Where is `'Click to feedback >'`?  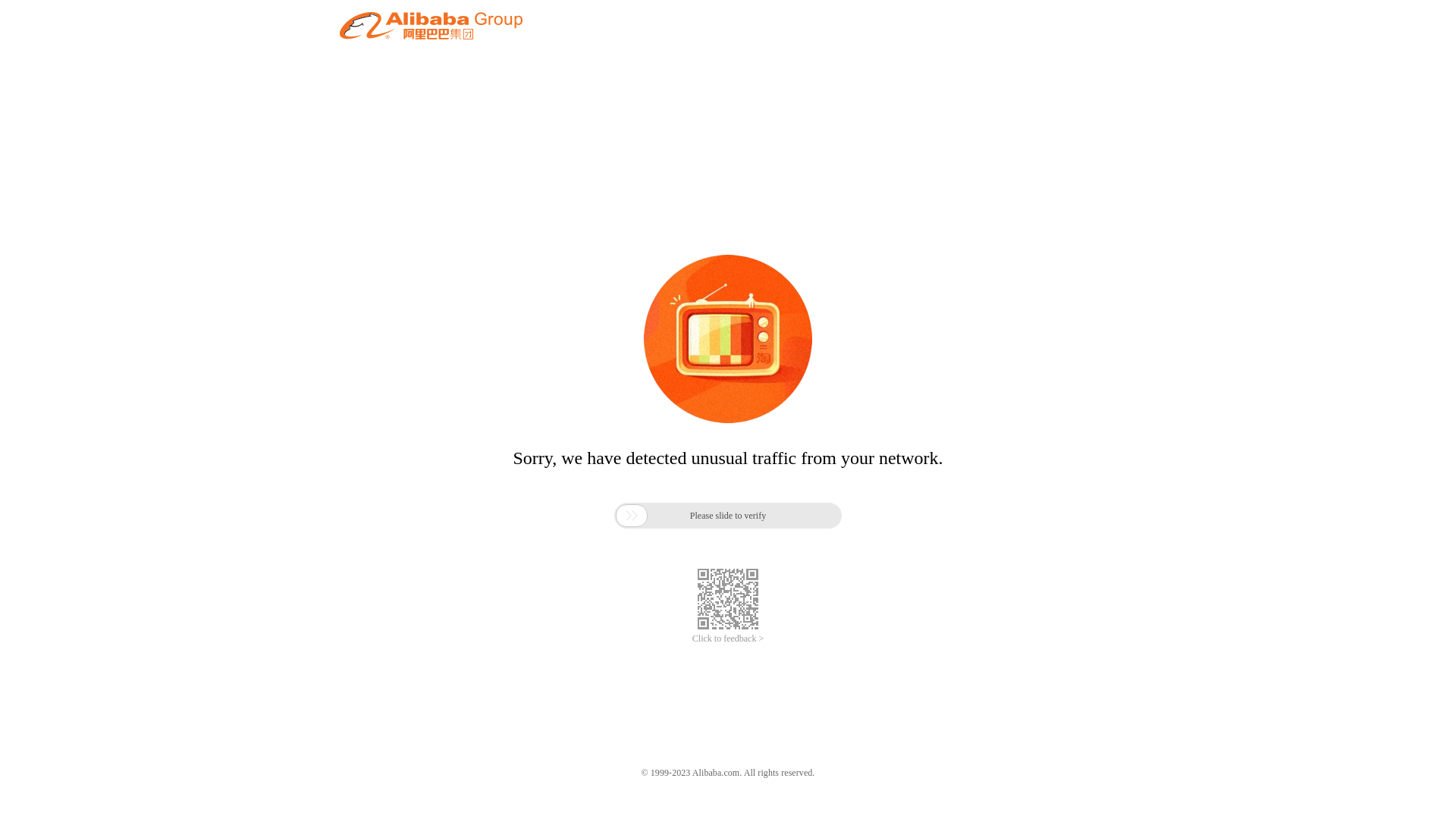
'Click to feedback >' is located at coordinates (728, 639).